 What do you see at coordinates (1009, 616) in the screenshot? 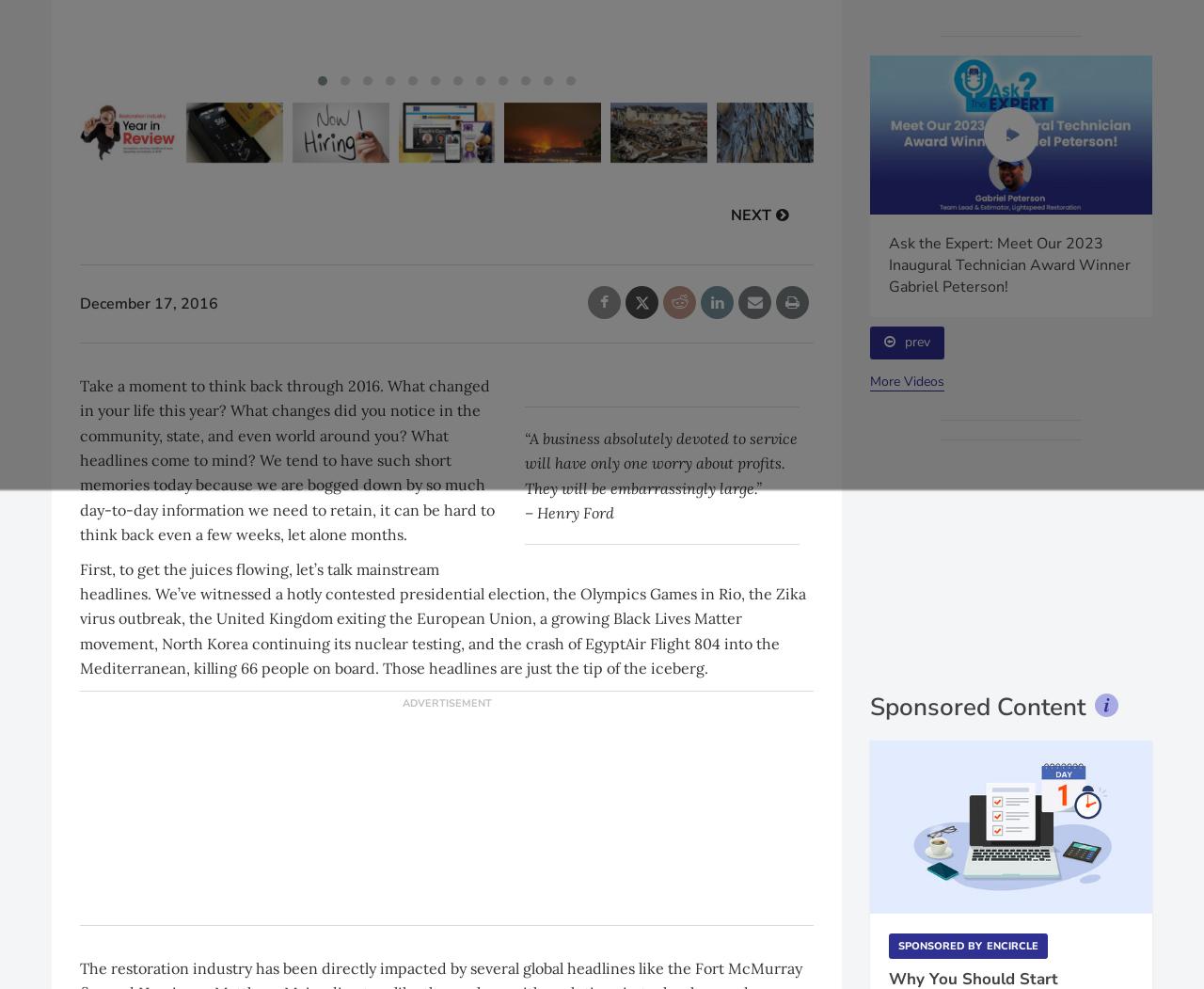
I see `'Contact your local rep'` at bounding box center [1009, 616].